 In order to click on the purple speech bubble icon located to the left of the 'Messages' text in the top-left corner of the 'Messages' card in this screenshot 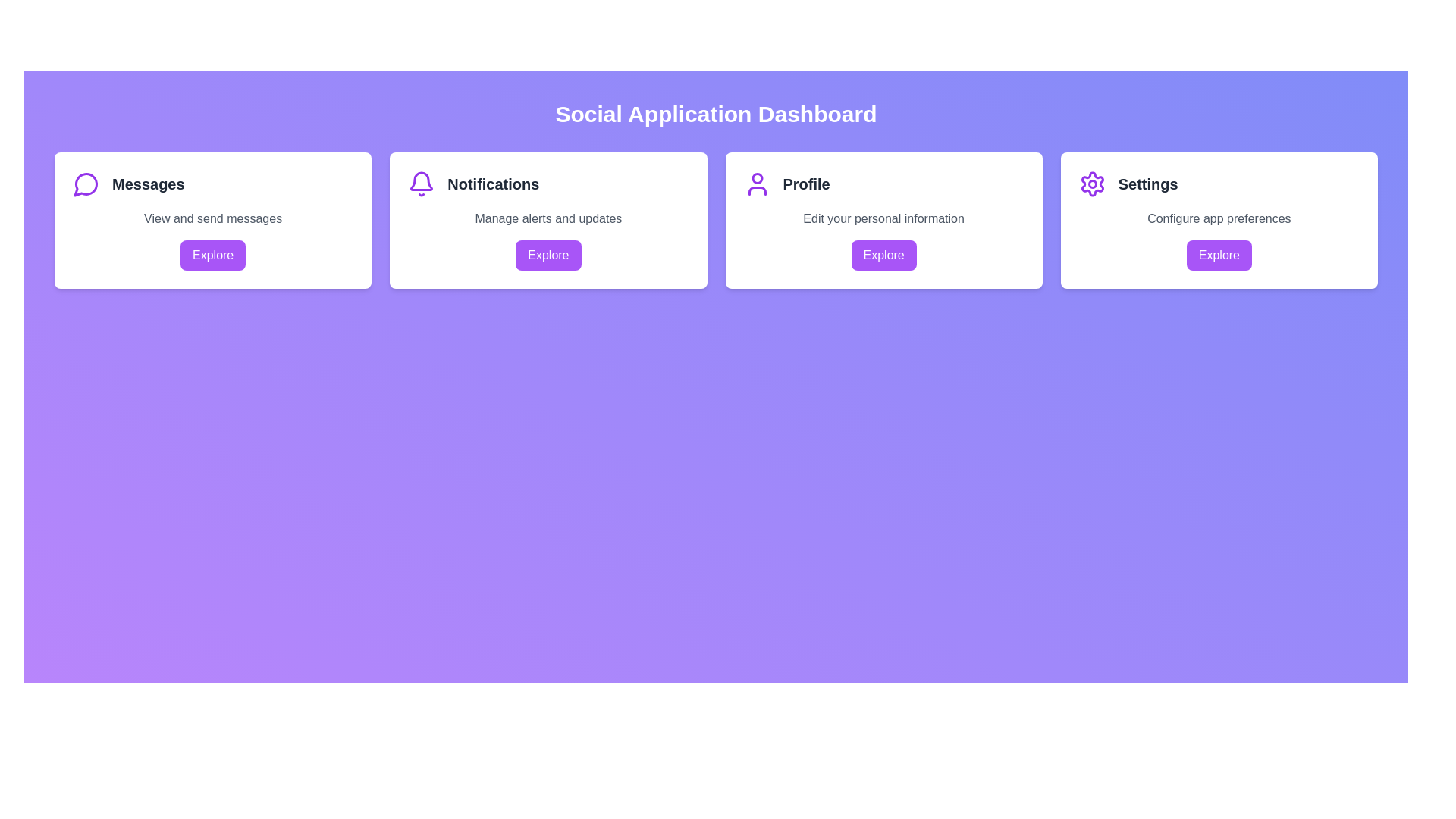, I will do `click(86, 184)`.